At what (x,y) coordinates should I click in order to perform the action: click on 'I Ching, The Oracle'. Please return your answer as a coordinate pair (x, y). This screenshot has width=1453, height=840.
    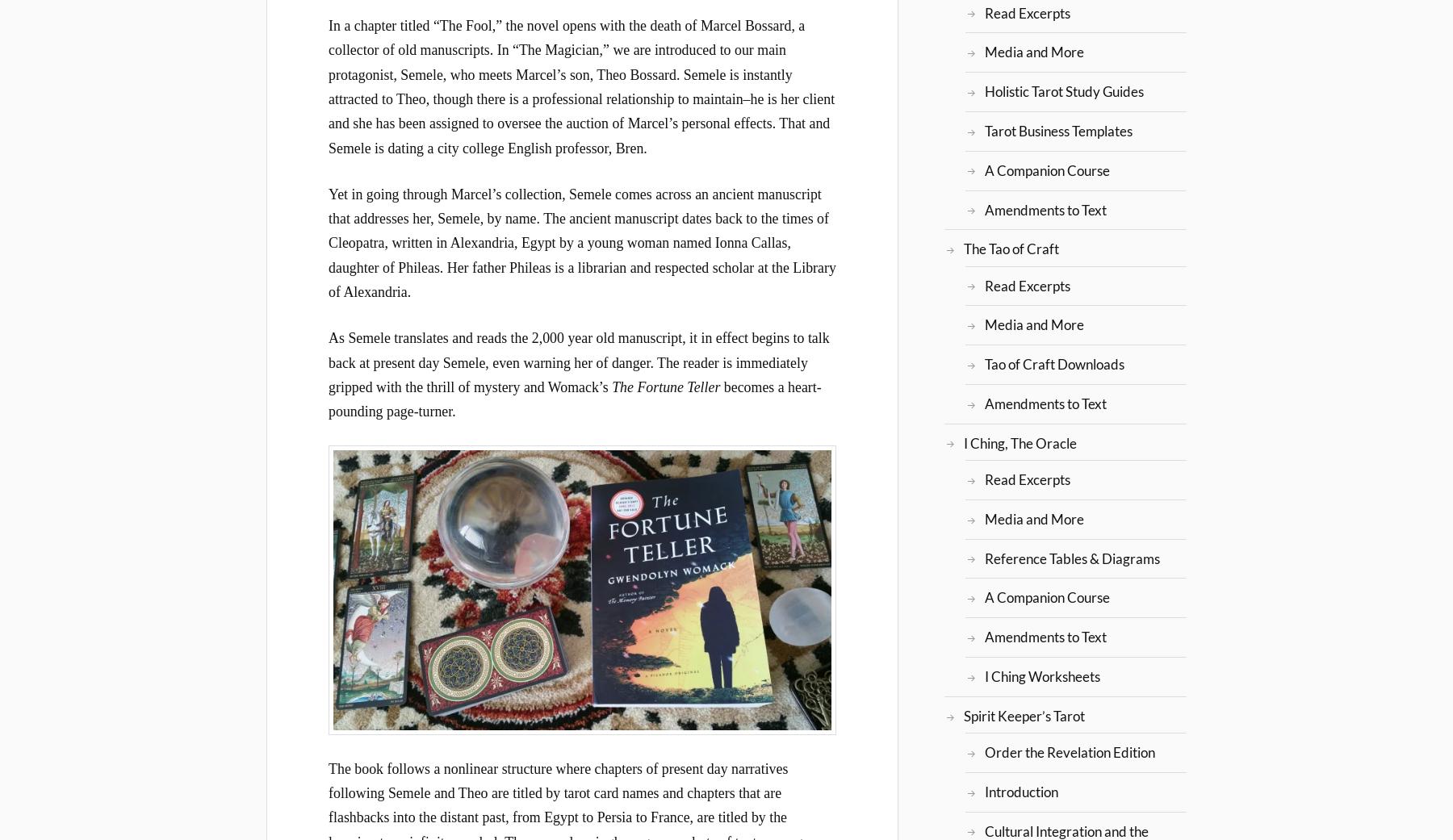
    Looking at the image, I should click on (1020, 442).